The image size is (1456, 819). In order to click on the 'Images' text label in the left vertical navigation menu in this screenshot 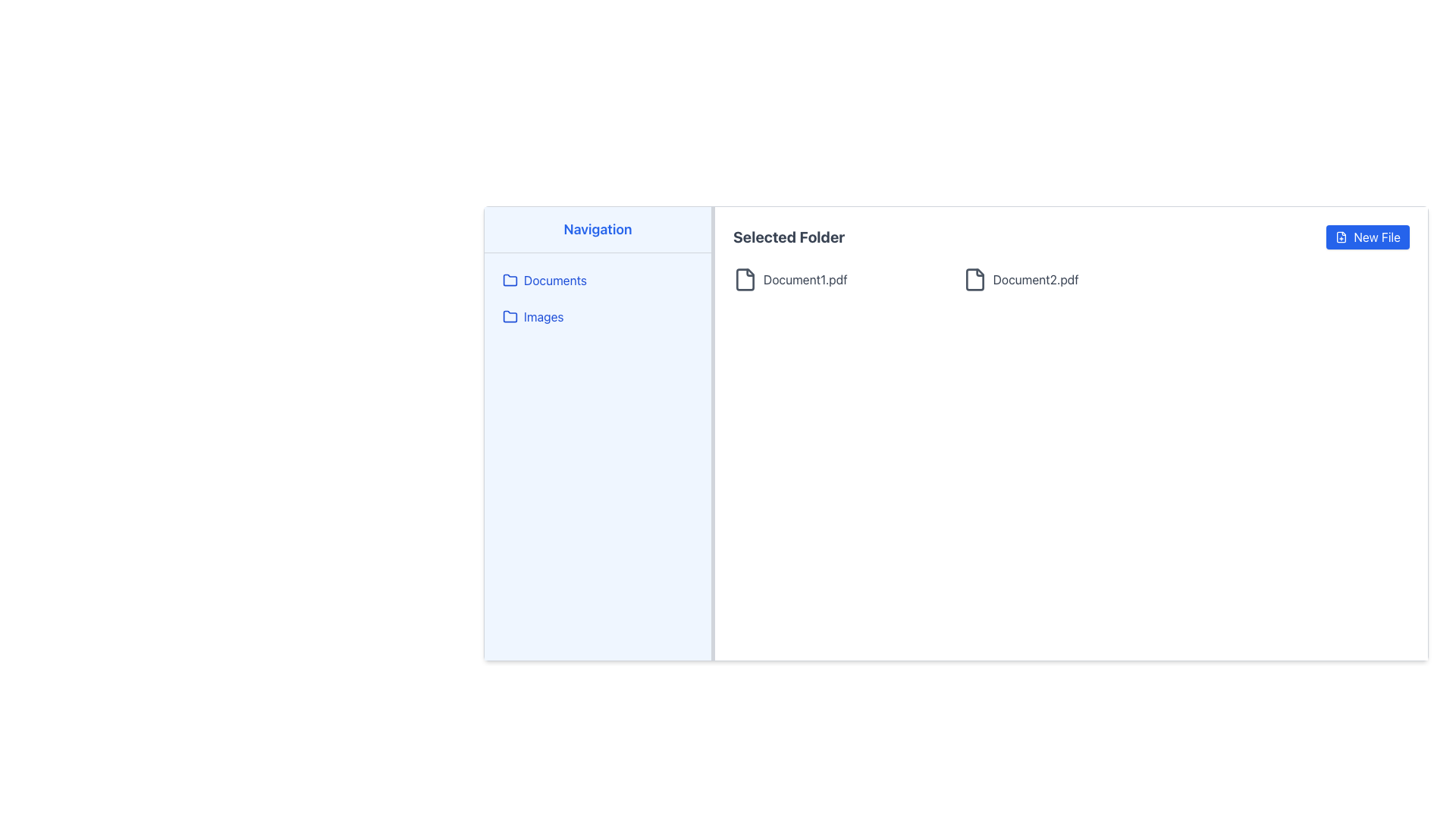, I will do `click(544, 315)`.